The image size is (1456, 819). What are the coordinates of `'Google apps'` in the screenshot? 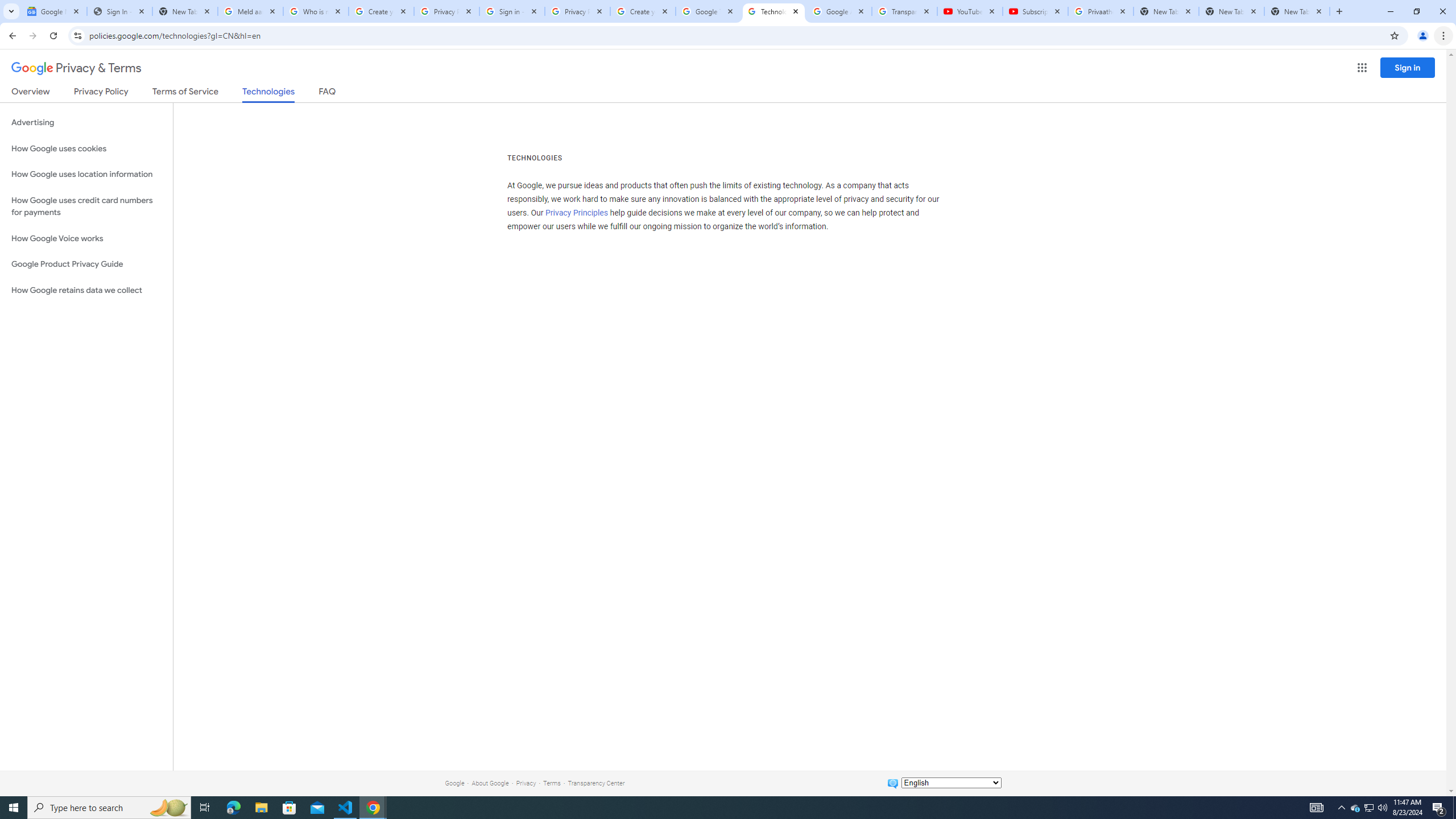 It's located at (1361, 67).